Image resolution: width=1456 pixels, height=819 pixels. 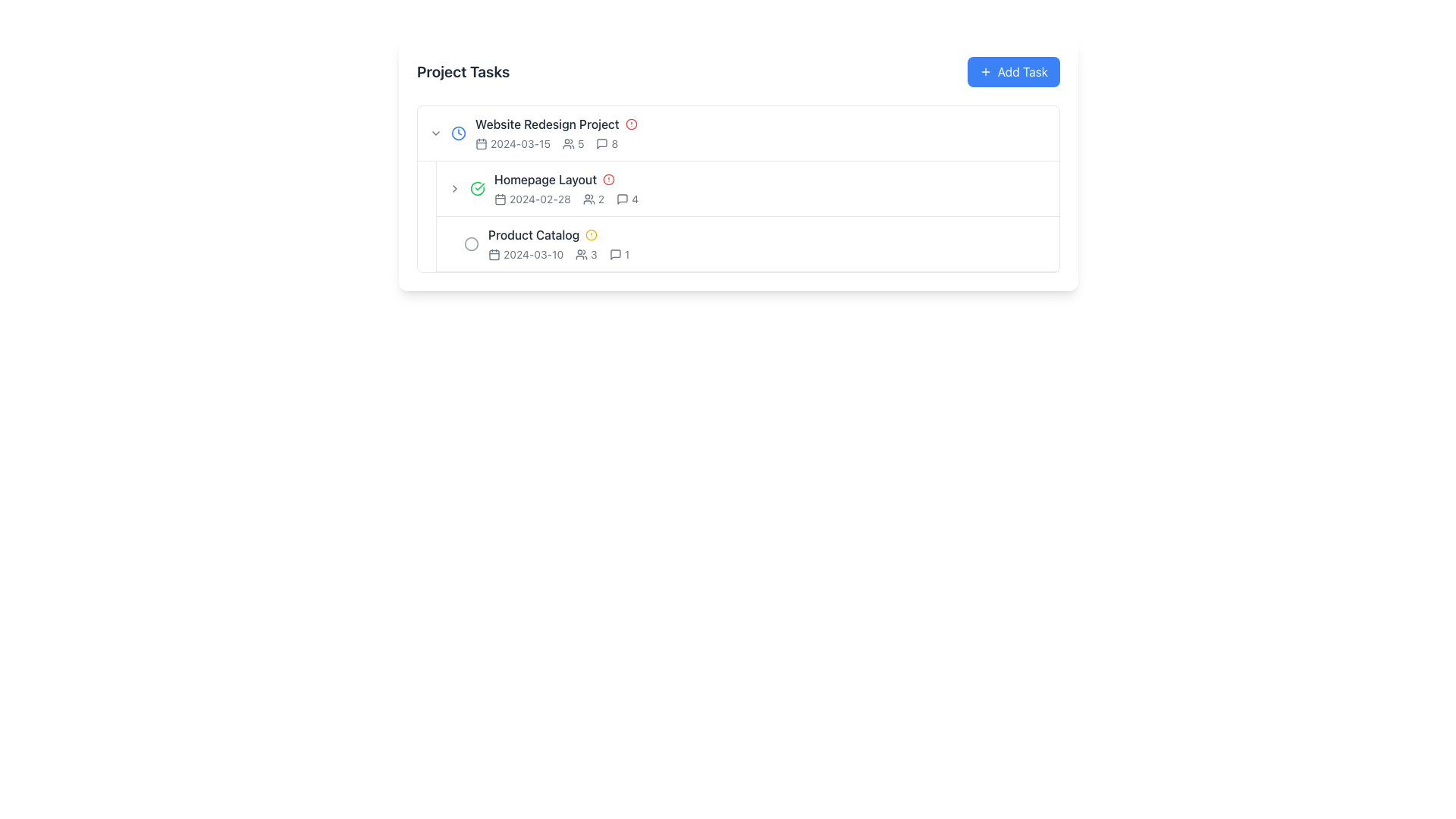 What do you see at coordinates (601, 143) in the screenshot?
I see `the functionality of the messaging icon located next to the 'Website Redesign Project' task under the 'Project Tasks' heading` at bounding box center [601, 143].